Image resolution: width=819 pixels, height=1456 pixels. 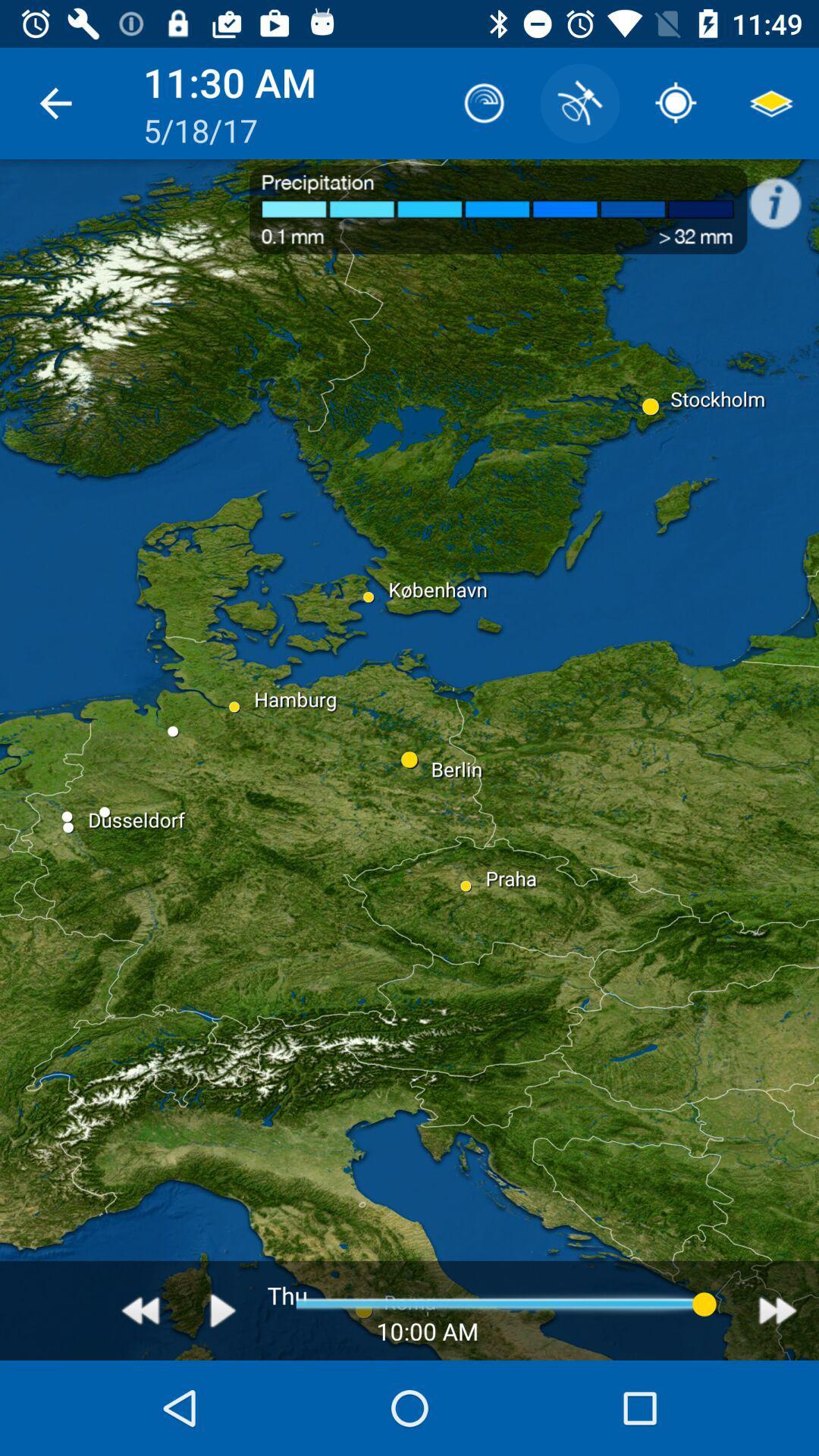 What do you see at coordinates (777, 1310) in the screenshot?
I see `avanar hora` at bounding box center [777, 1310].